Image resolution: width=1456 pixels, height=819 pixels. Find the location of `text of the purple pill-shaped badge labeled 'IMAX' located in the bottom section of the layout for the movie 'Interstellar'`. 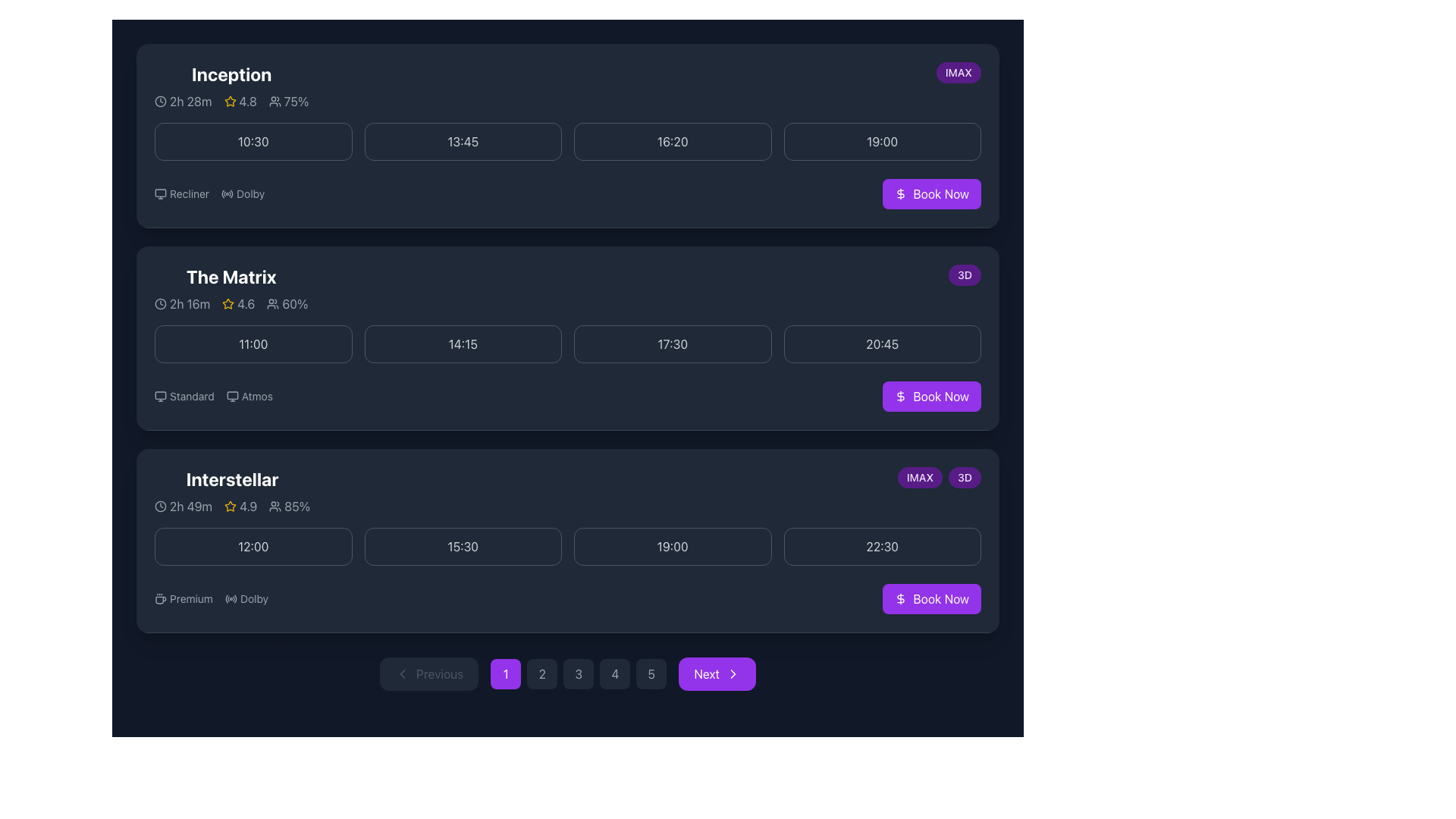

text of the purple pill-shaped badge labeled 'IMAX' located in the bottom section of the layout for the movie 'Interstellar' is located at coordinates (919, 476).